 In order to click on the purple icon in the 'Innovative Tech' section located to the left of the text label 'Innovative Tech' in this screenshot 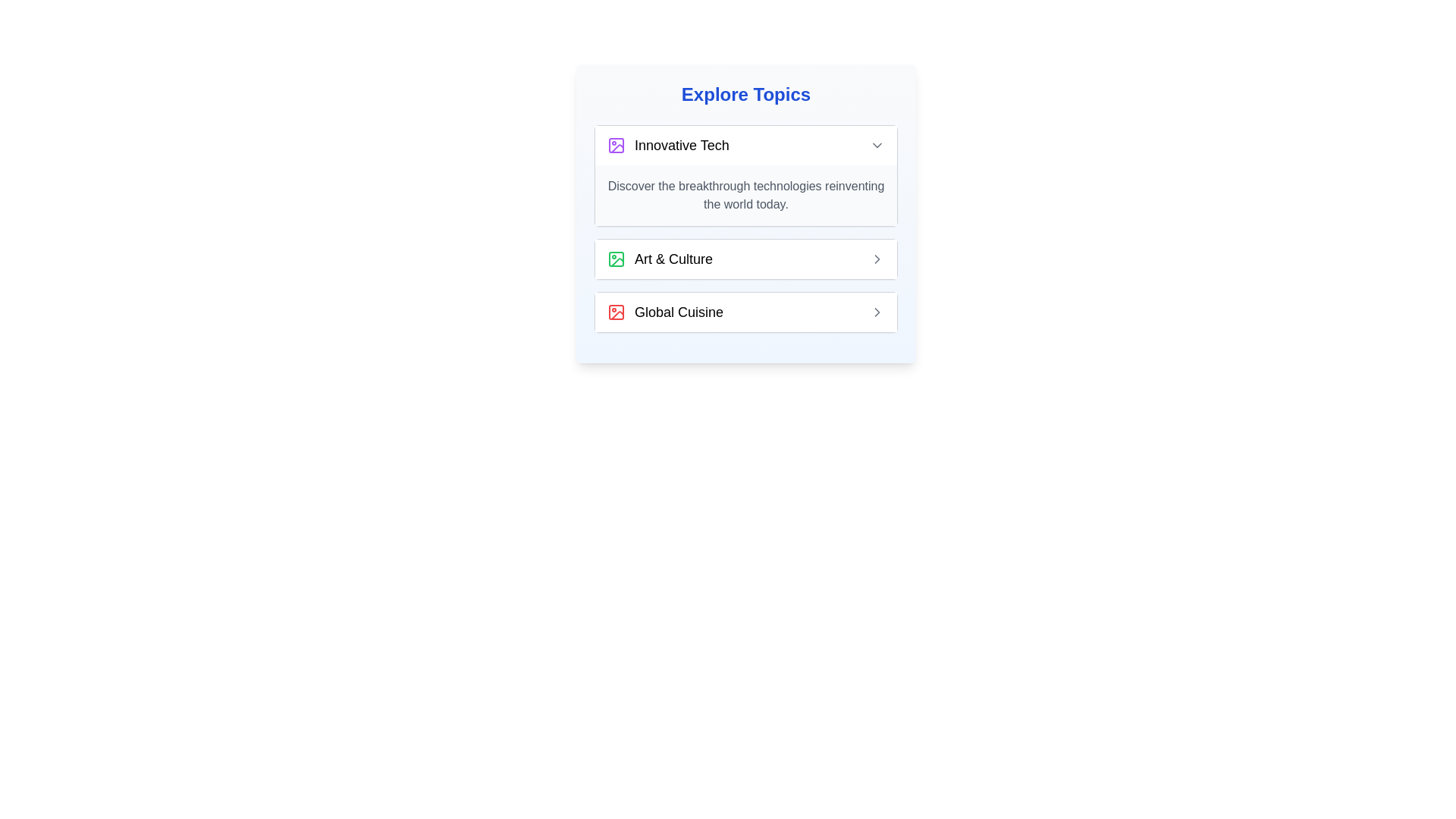, I will do `click(617, 149)`.